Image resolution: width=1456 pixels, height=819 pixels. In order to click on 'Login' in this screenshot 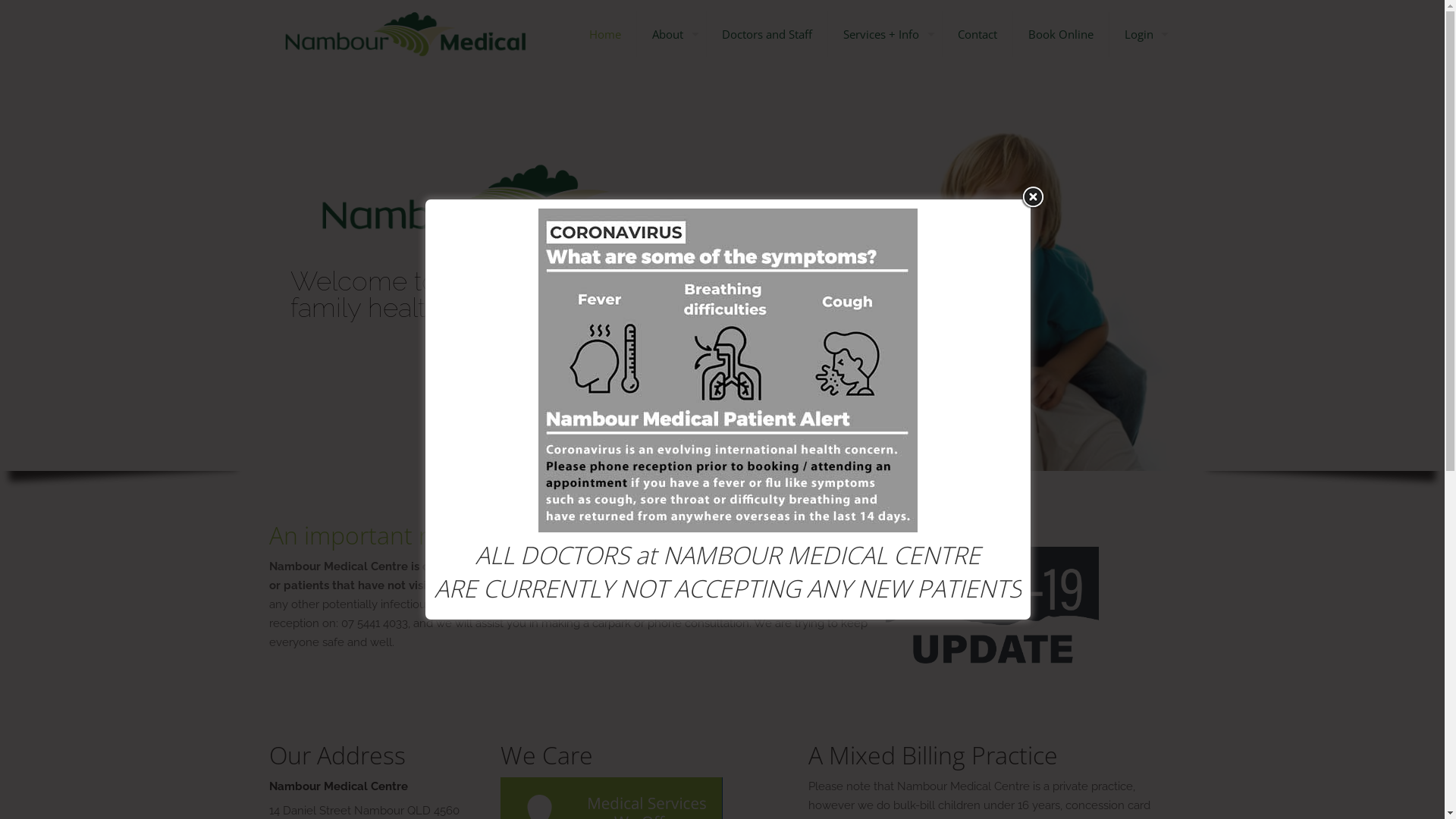, I will do `click(1142, 34)`.